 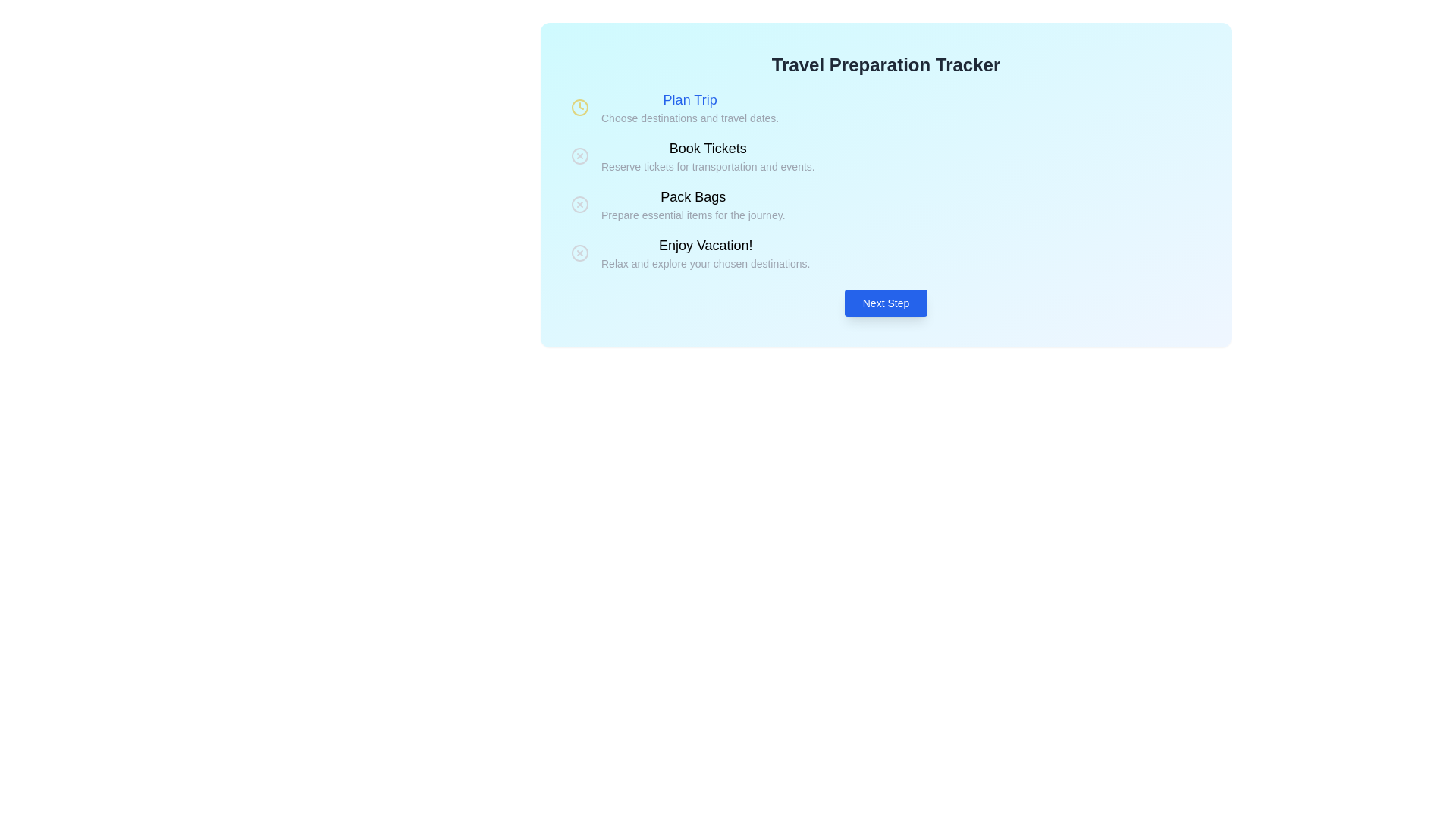 What do you see at coordinates (579, 205) in the screenshot?
I see `the circular icon next to the 'Pack Bags' text in the 'Travel Preparation Tracker' list, which indicates the status or selection for this step` at bounding box center [579, 205].